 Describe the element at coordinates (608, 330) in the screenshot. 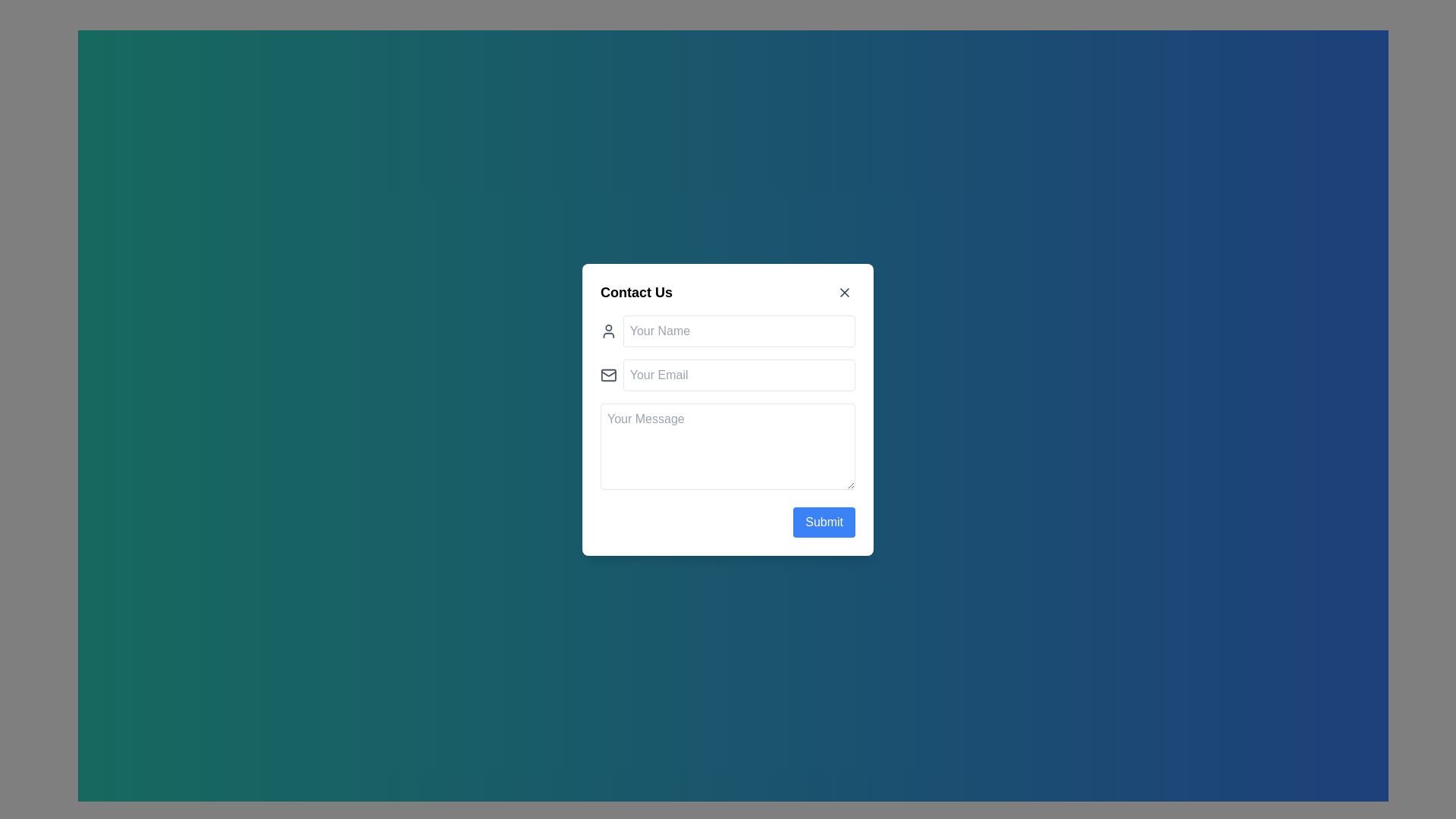

I see `the user icon, which is a line-art styled gray icon resembling a person's head and shoulders, located to the left of the 'Your Name' text input` at that location.